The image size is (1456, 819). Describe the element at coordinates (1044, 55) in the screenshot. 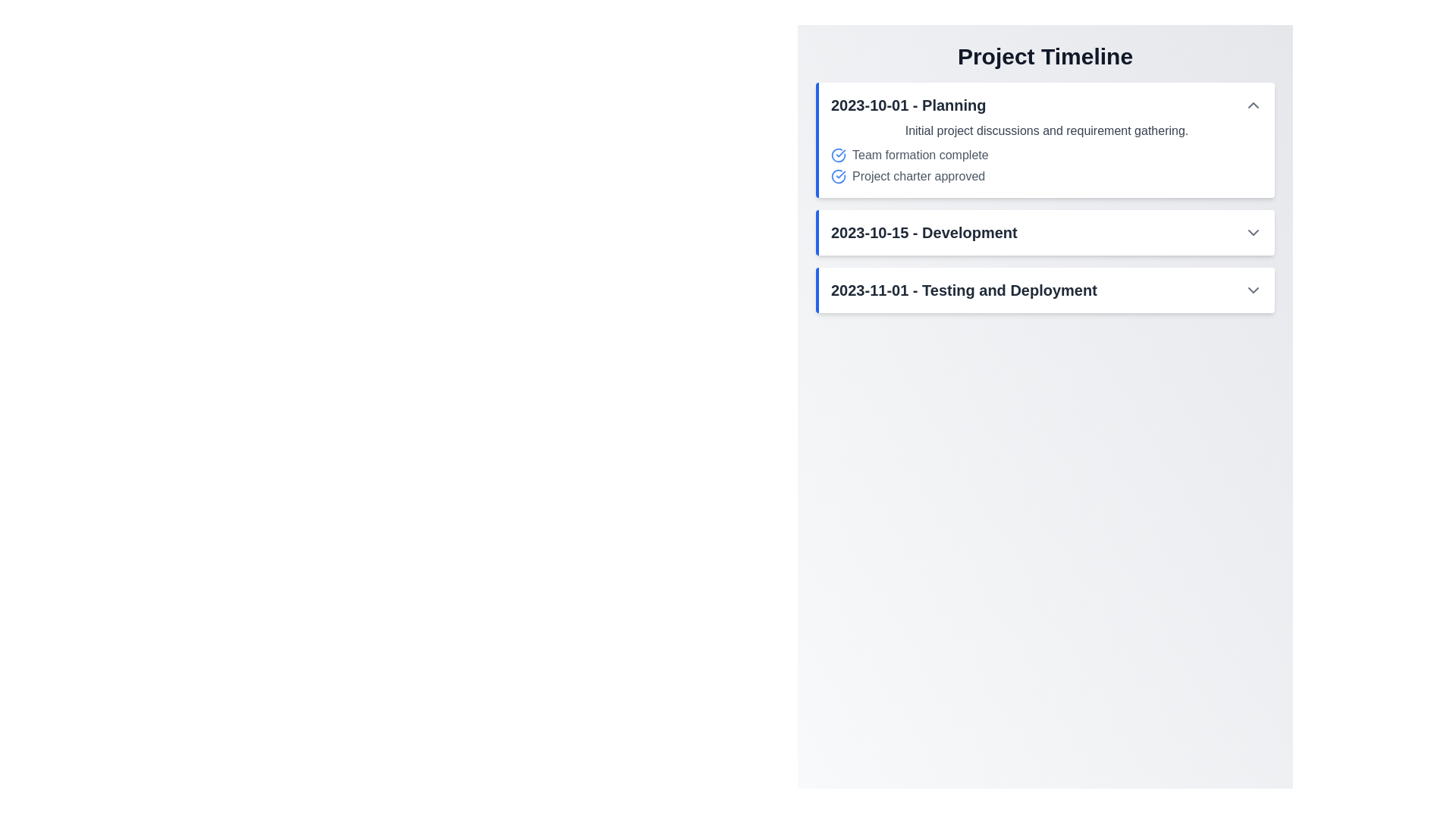

I see `the prominently displayed heading labeled 'Project Timeline' which is styled in bold, large font and positioned at the top-center of the layout` at that location.